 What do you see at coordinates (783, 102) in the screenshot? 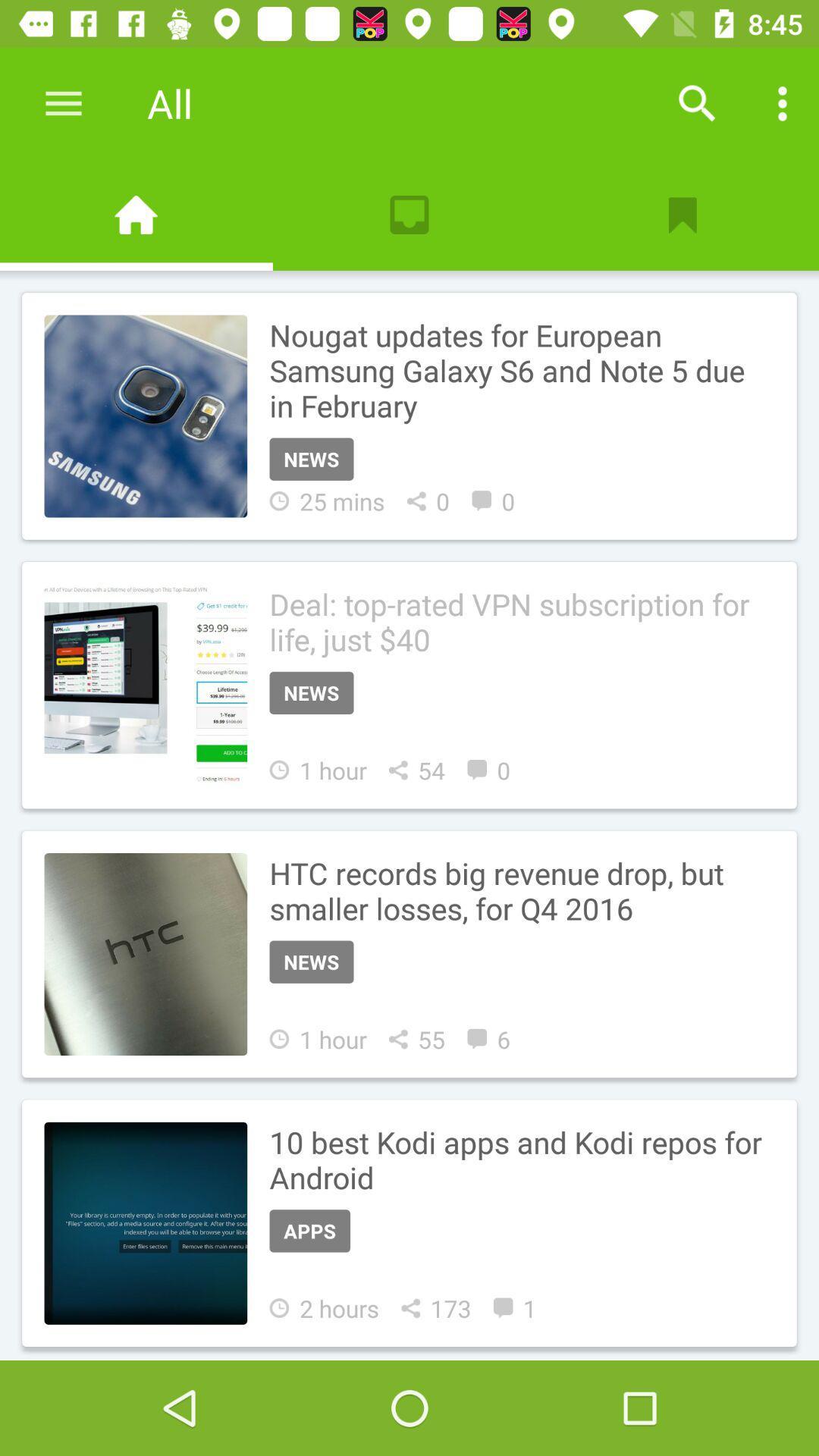
I see `check settings` at bounding box center [783, 102].